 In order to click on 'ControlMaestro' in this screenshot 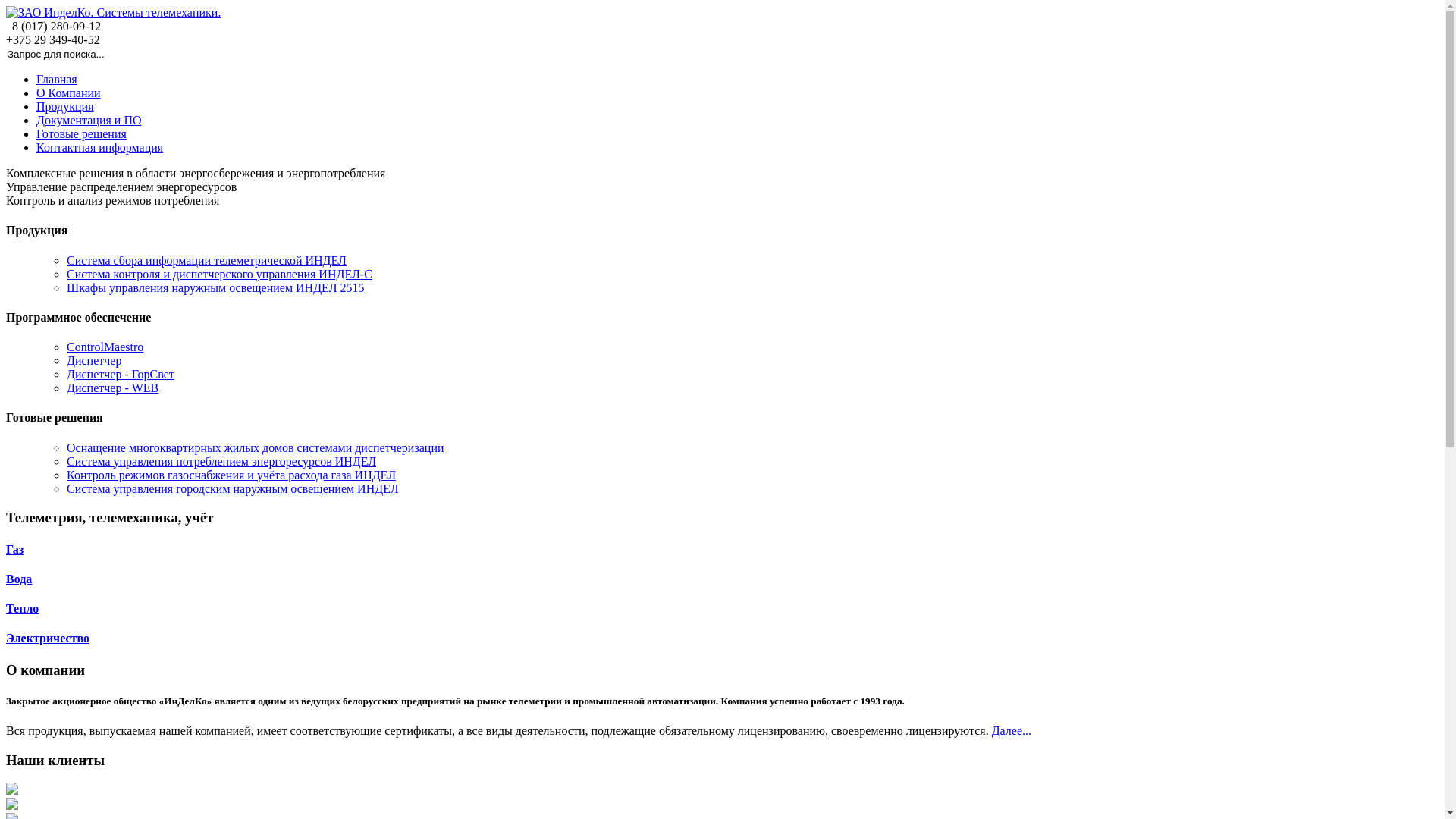, I will do `click(104, 347)`.